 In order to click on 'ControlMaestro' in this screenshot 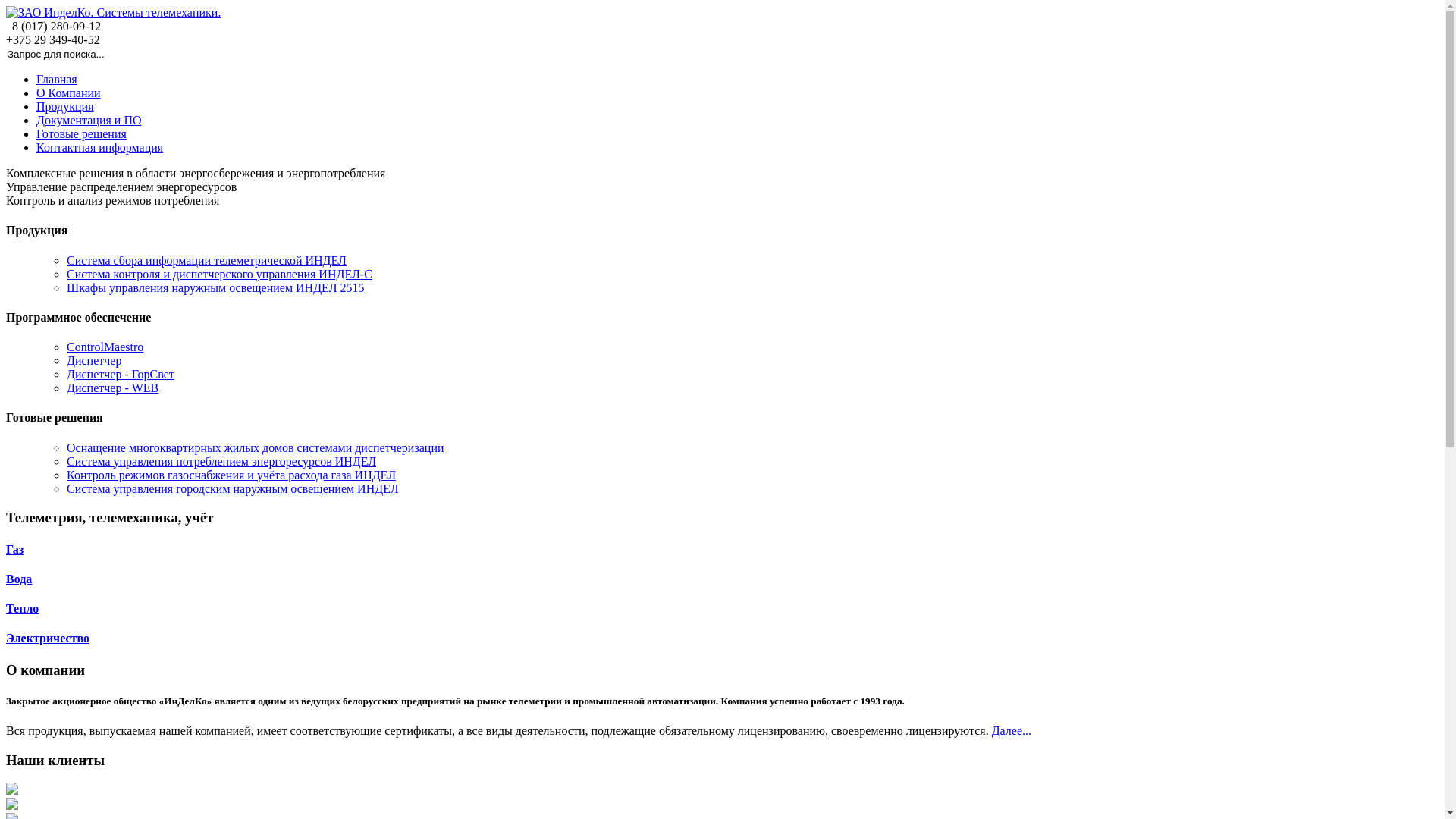, I will do `click(104, 347)`.